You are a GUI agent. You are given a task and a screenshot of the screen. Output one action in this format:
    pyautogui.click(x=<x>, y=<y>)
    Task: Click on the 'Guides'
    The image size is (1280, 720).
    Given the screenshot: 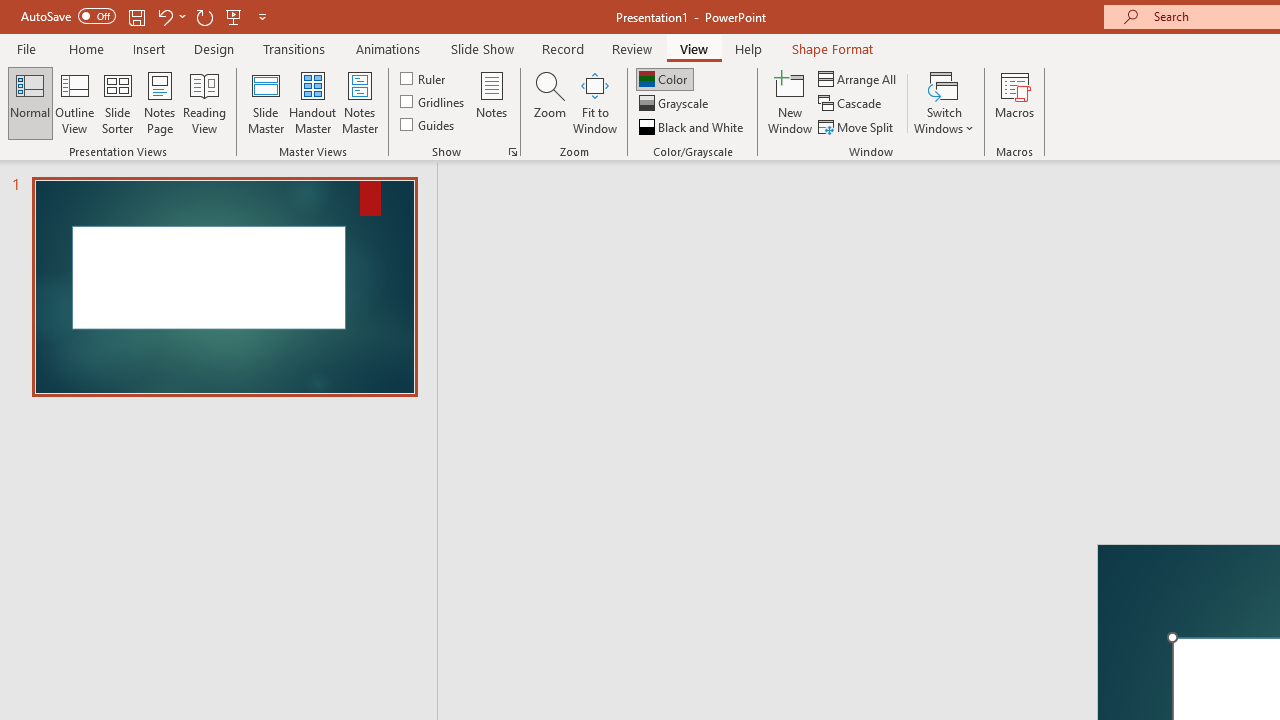 What is the action you would take?
    pyautogui.click(x=427, y=124)
    